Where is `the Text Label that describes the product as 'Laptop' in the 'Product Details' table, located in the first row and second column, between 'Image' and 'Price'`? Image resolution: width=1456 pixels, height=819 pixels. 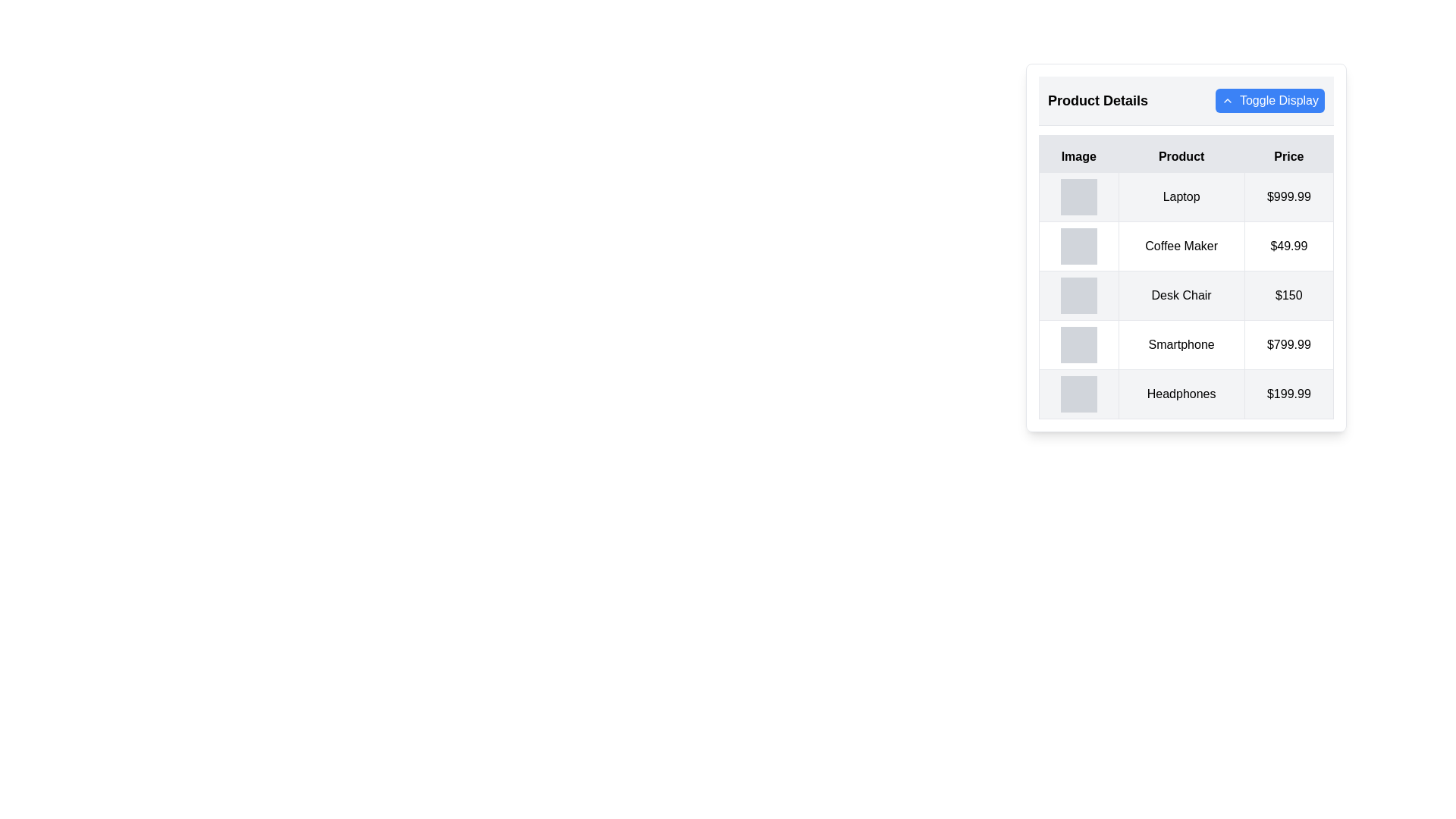
the Text Label that describes the product as 'Laptop' in the 'Product Details' table, located in the first row and second column, between 'Image' and 'Price' is located at coordinates (1181, 196).